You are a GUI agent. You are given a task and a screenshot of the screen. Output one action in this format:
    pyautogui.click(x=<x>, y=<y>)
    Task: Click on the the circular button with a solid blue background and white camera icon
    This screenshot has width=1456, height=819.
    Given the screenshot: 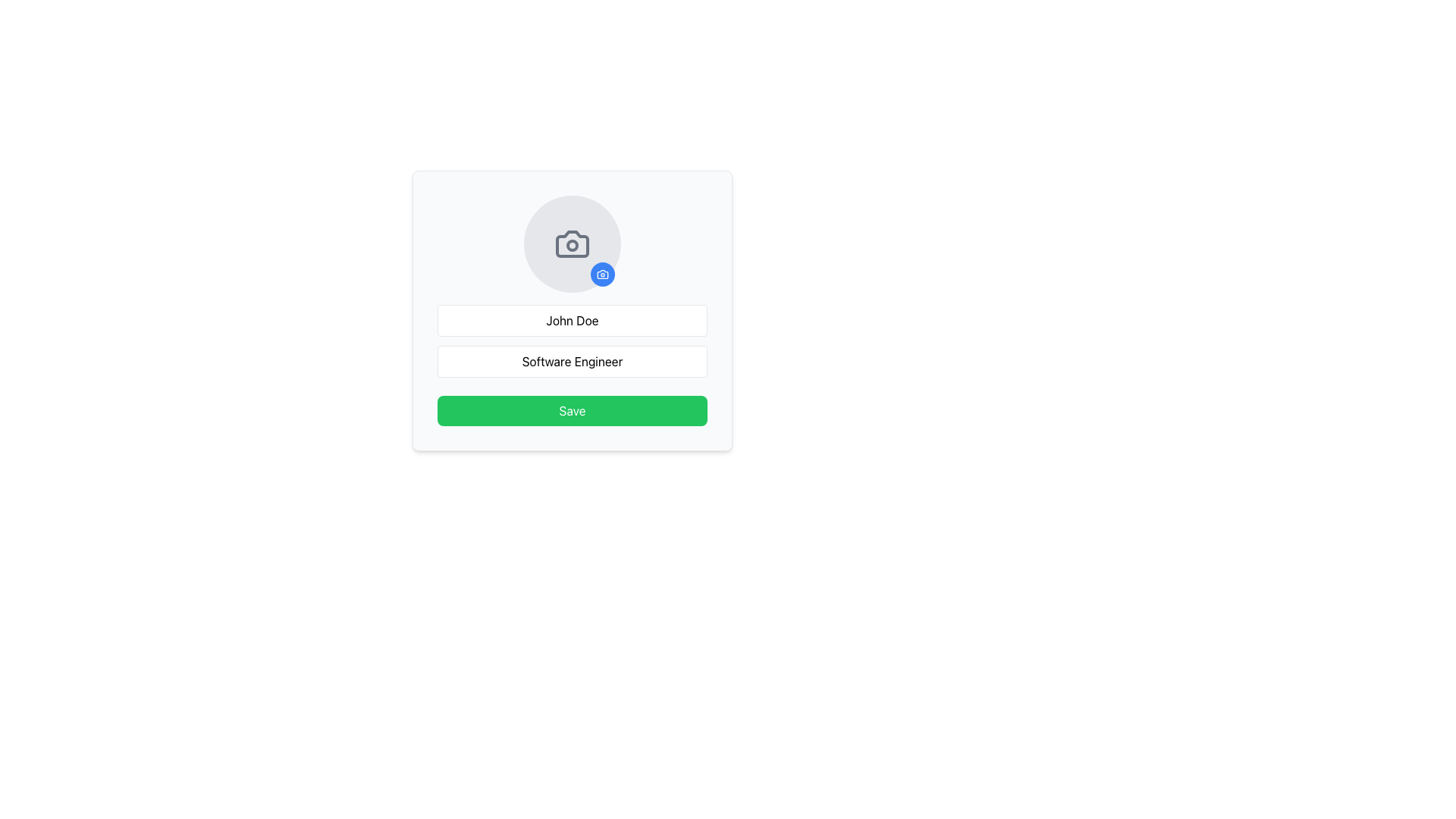 What is the action you would take?
    pyautogui.click(x=602, y=275)
    